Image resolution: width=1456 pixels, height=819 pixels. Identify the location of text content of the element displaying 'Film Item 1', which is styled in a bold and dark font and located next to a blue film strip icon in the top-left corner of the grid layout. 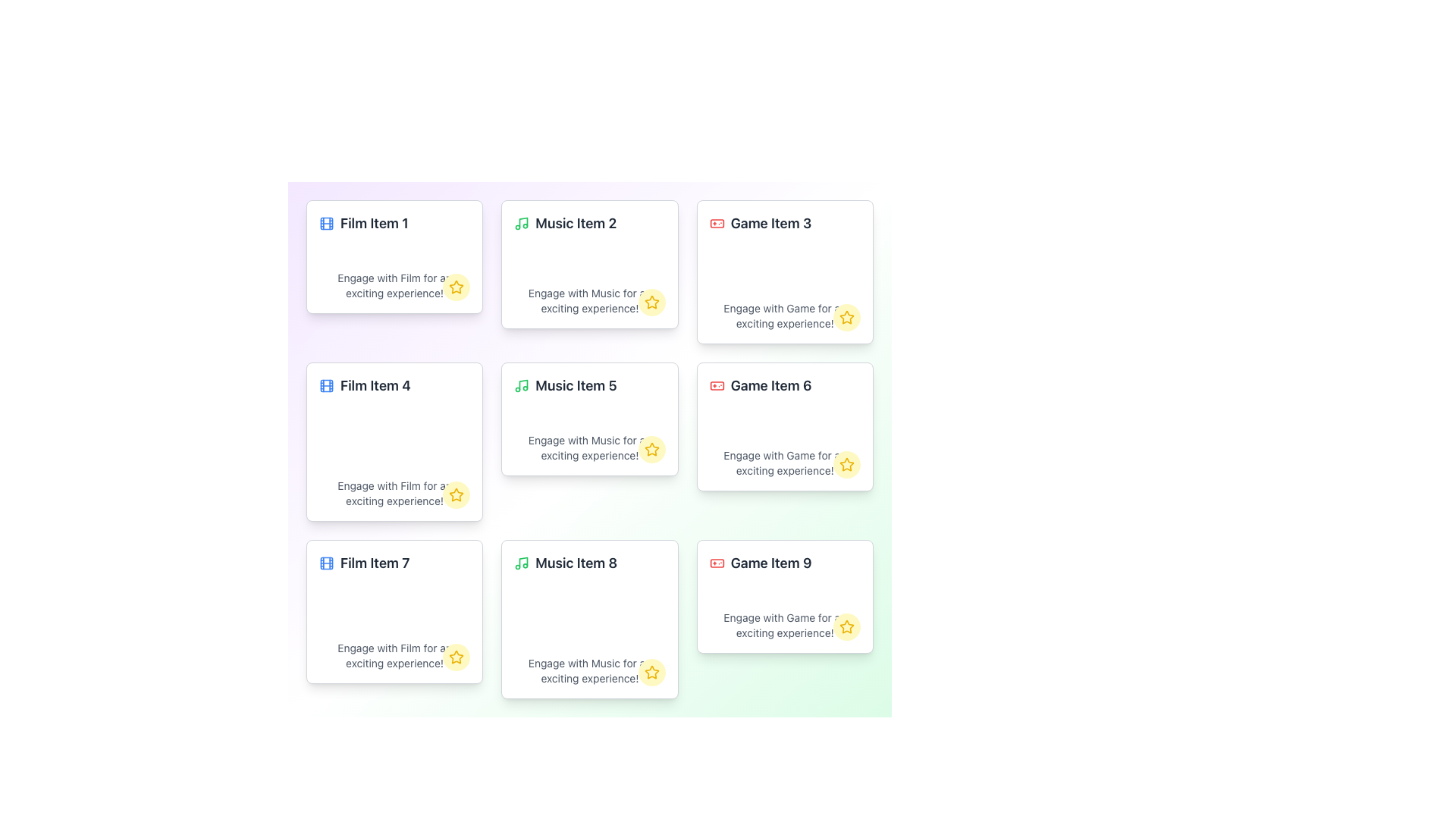
(374, 223).